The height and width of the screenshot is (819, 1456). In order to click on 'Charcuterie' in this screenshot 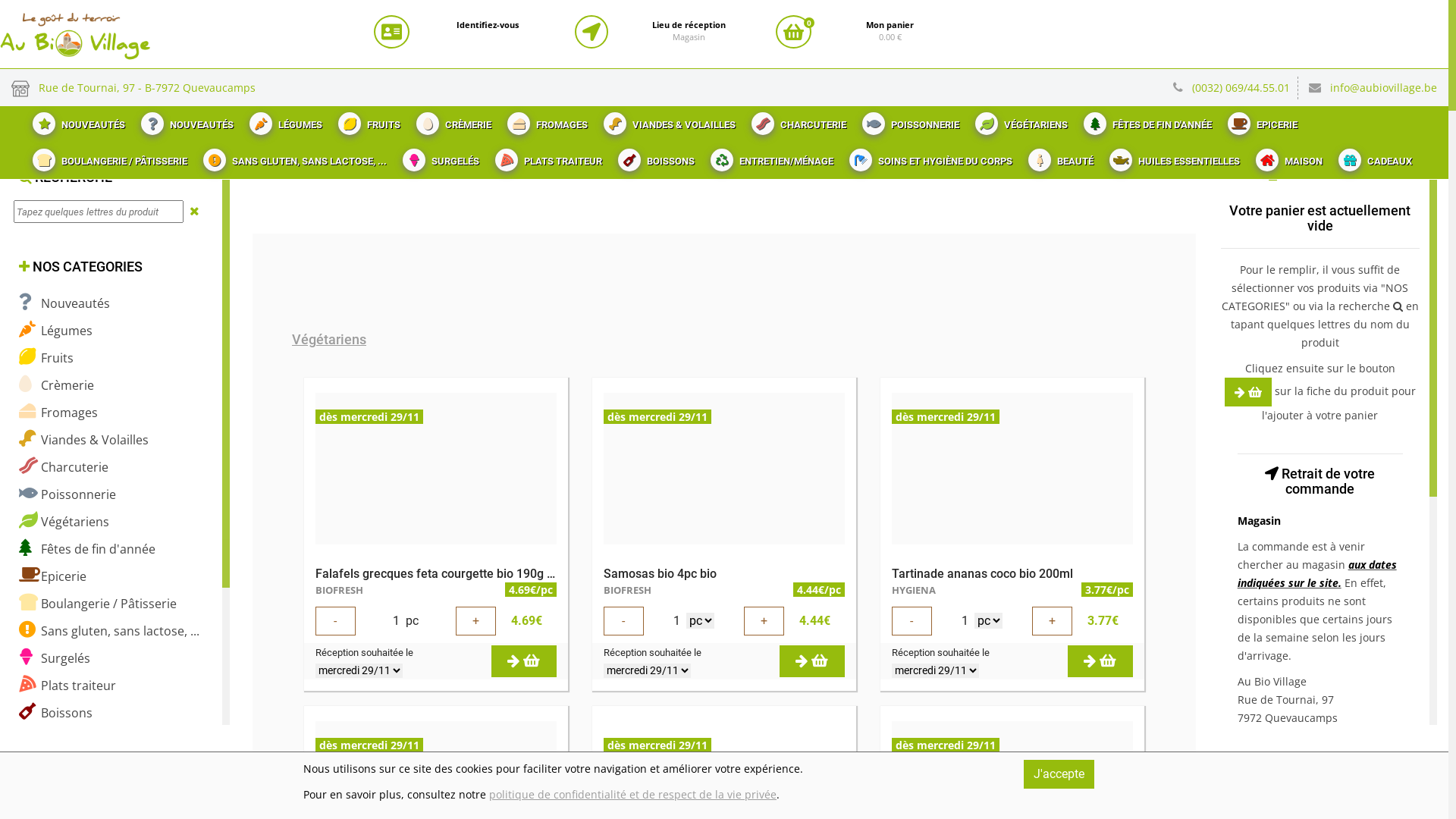, I will do `click(62, 466)`.